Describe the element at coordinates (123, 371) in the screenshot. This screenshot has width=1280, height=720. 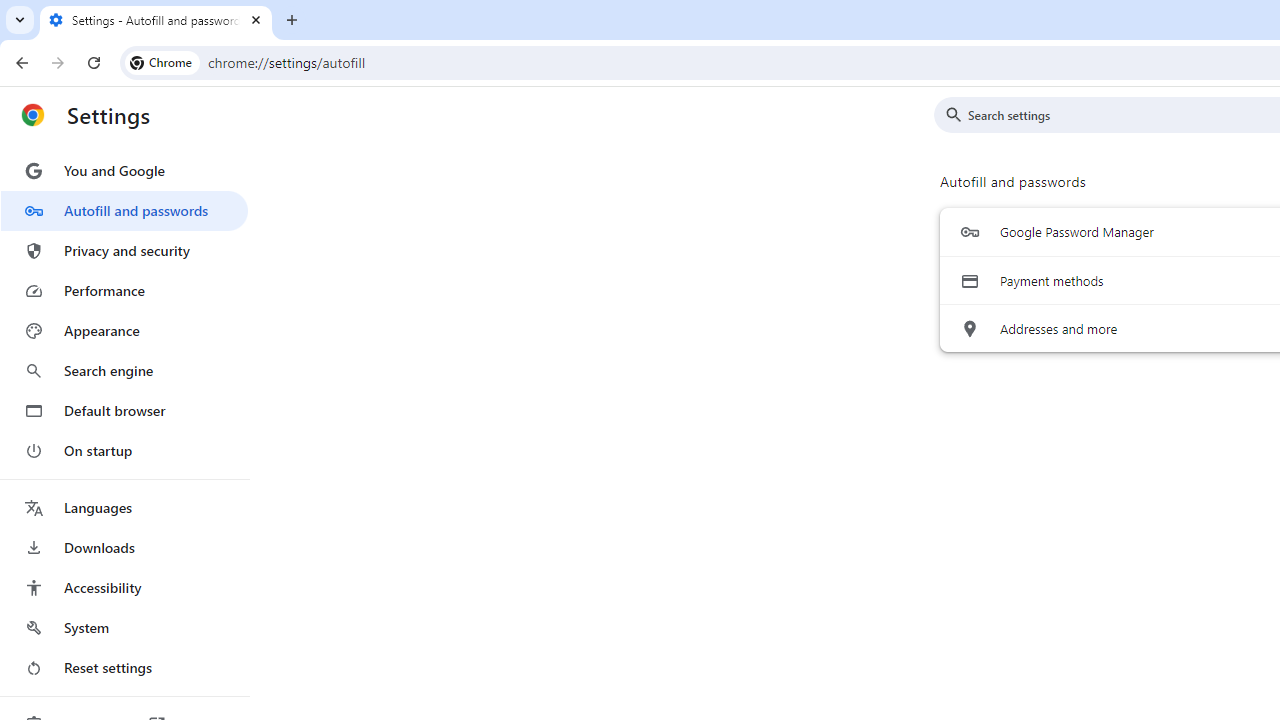
I see `'Search engine'` at that location.